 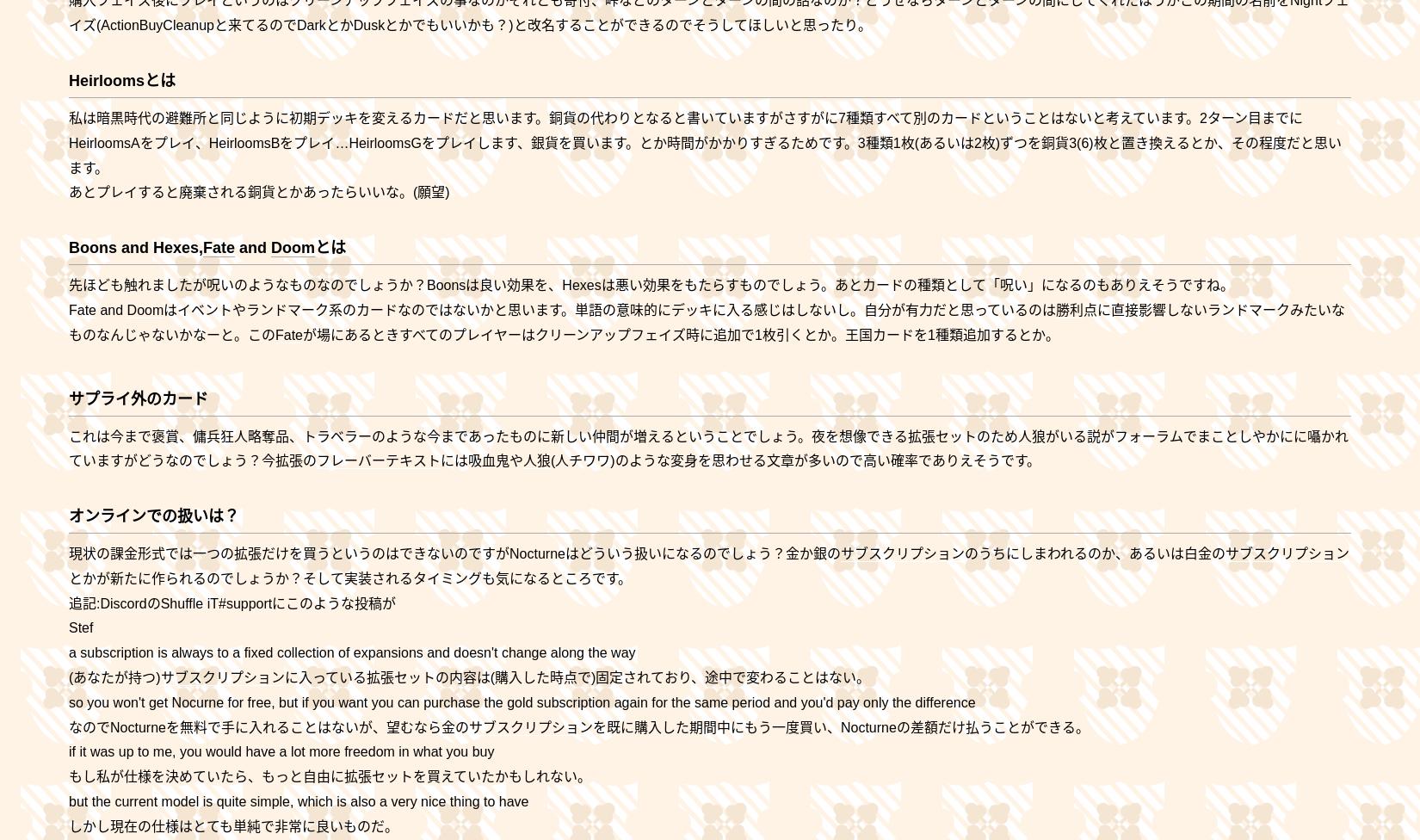 I want to click on 'if it was up to me, you would have a lot more freedom in what you buy', so click(x=281, y=750).